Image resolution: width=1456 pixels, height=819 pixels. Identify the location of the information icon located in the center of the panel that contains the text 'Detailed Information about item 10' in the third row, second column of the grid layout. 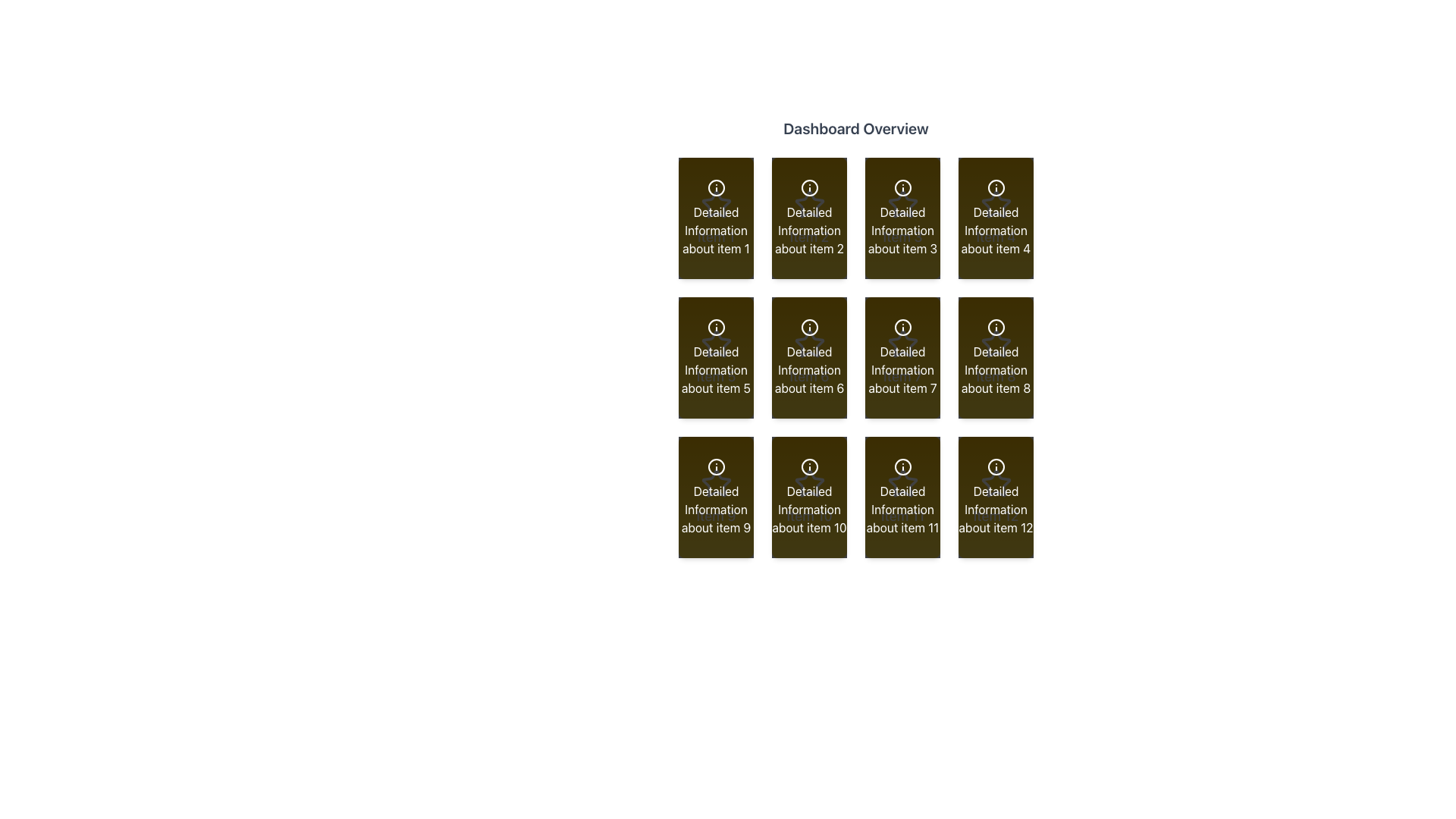
(808, 466).